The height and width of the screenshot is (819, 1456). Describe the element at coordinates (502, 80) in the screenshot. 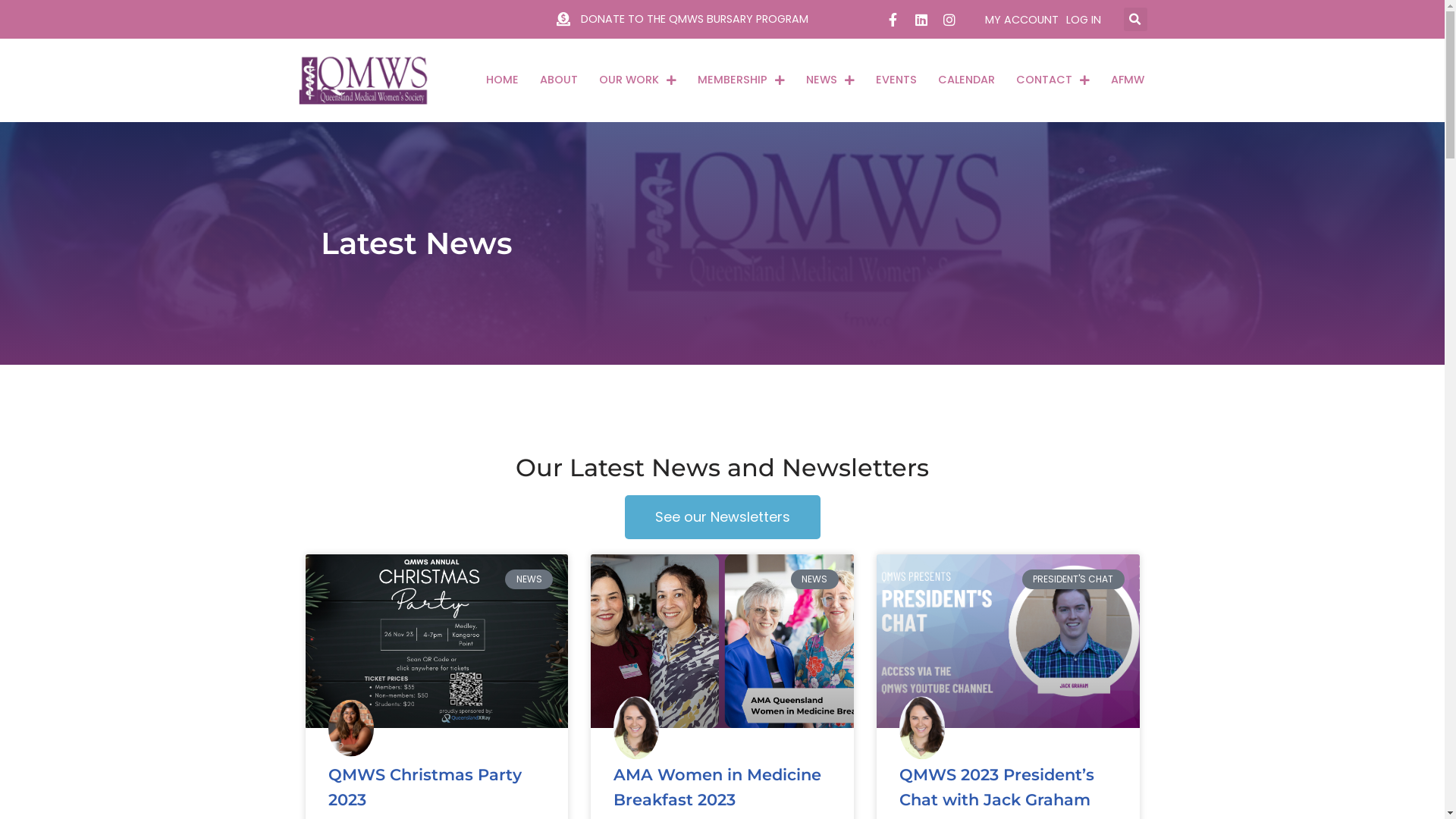

I see `'HOME'` at that location.